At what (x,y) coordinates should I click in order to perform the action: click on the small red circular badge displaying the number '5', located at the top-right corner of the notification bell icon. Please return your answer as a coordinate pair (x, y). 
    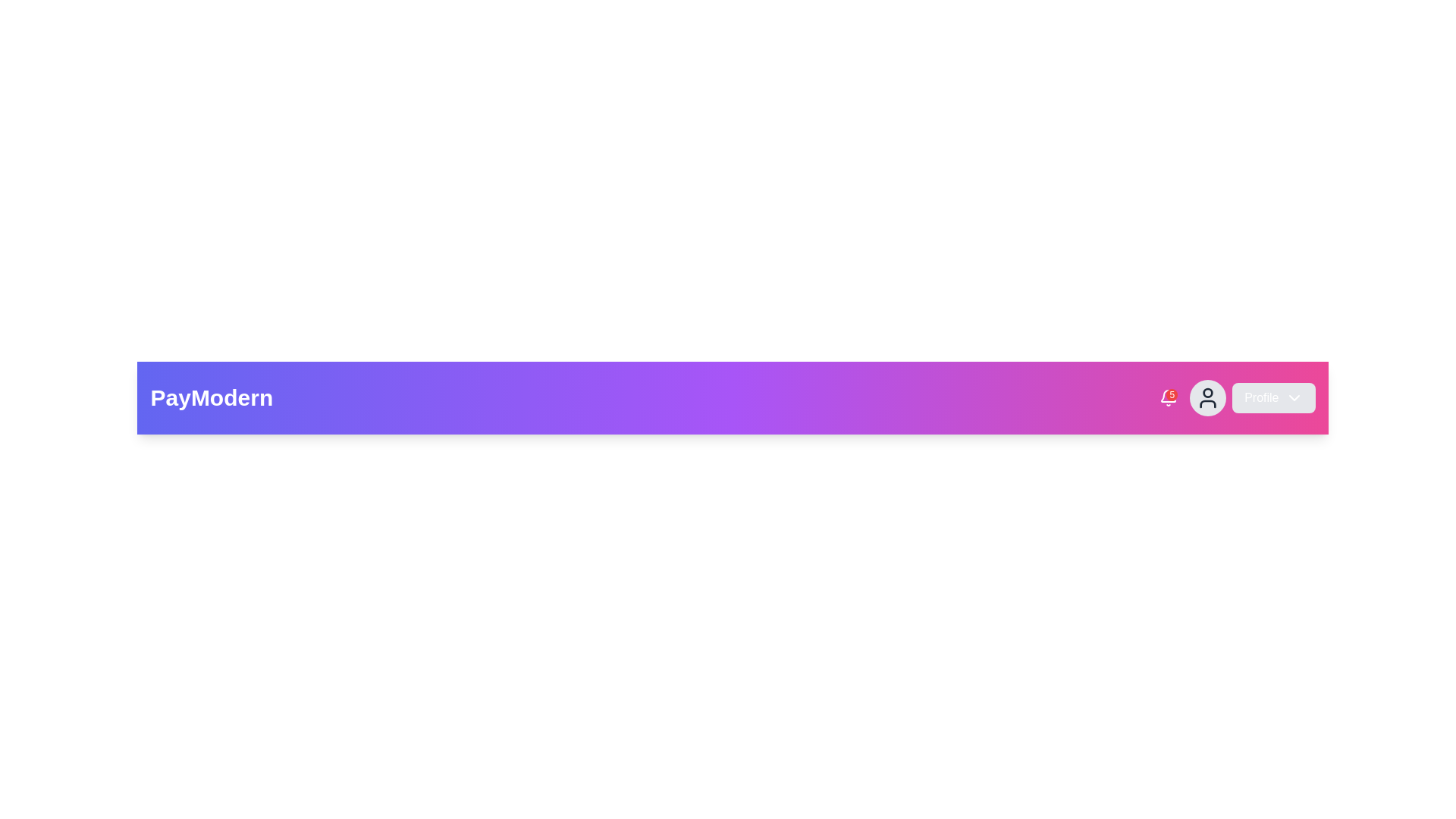
    Looking at the image, I should click on (1171, 394).